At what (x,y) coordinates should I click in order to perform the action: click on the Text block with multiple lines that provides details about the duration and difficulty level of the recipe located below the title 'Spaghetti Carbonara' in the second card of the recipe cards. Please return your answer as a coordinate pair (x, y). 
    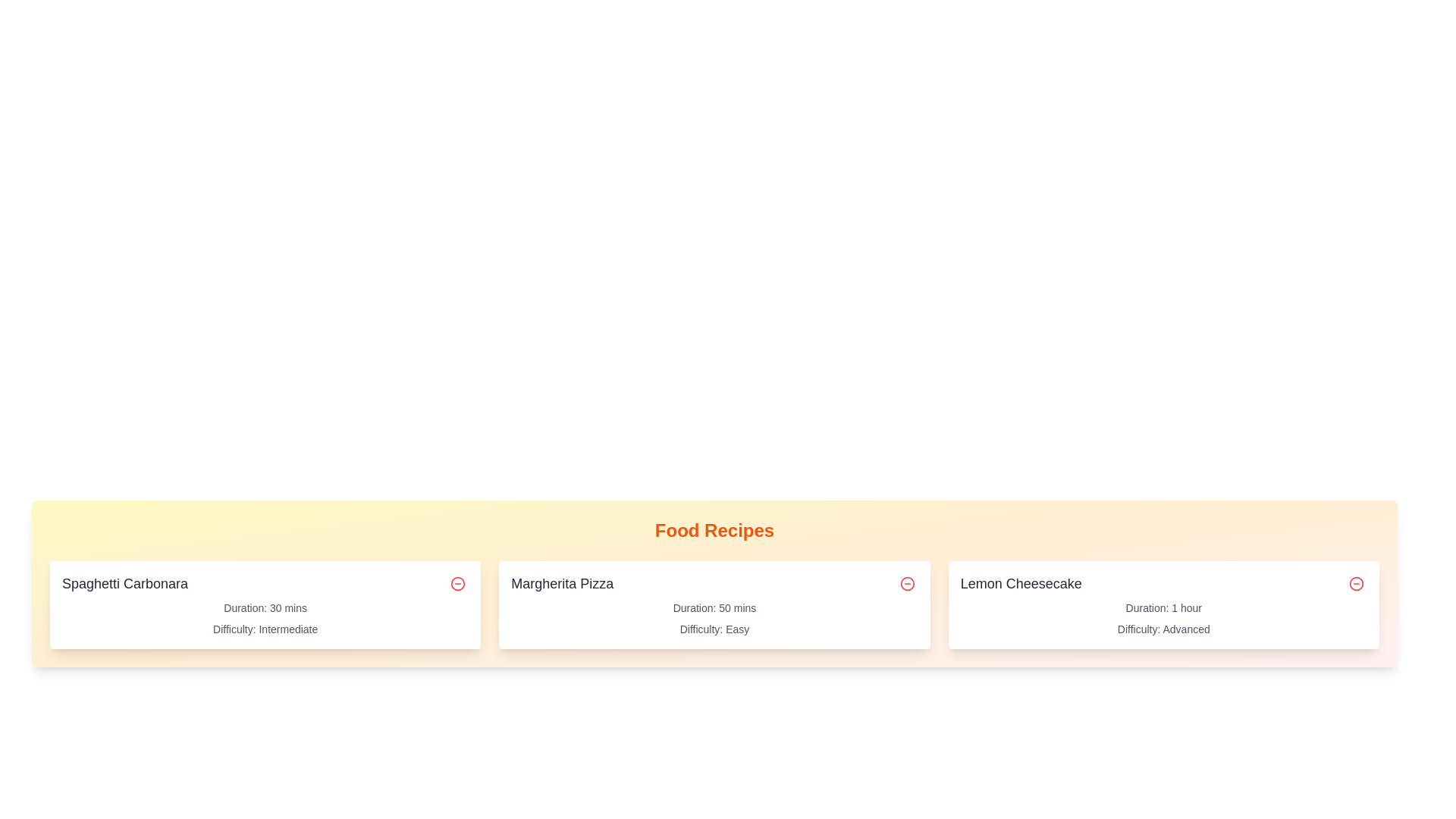
    Looking at the image, I should click on (265, 619).